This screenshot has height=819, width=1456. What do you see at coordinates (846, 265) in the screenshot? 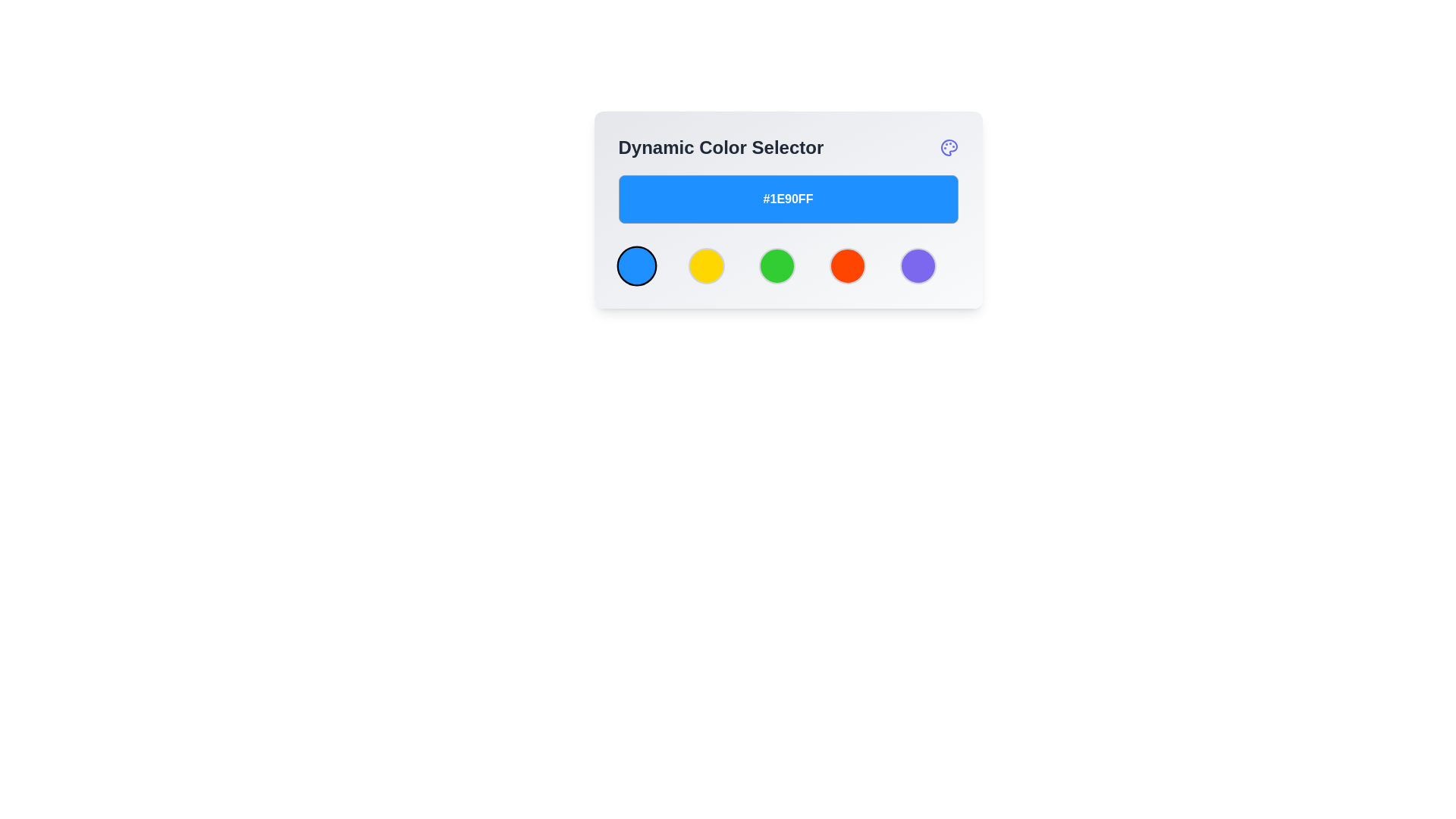
I see `the vibrant red circular button located centrally in the grid of five buttons` at bounding box center [846, 265].